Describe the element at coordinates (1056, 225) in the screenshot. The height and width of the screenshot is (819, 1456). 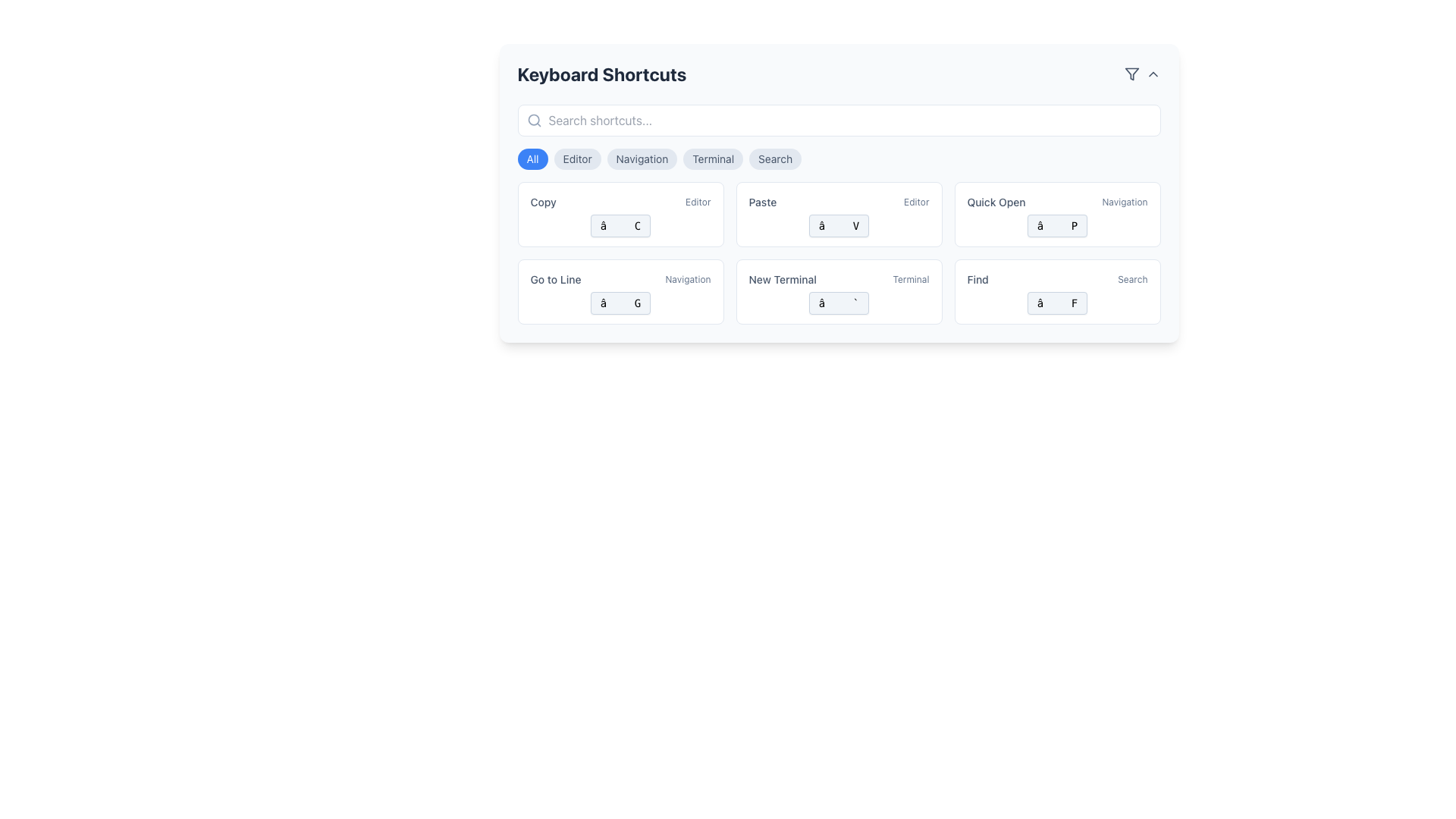
I see `the keyboard shortcut display indicating the combination 'â+P' within the 'Quick Open' panel under 'Navigation'` at that location.